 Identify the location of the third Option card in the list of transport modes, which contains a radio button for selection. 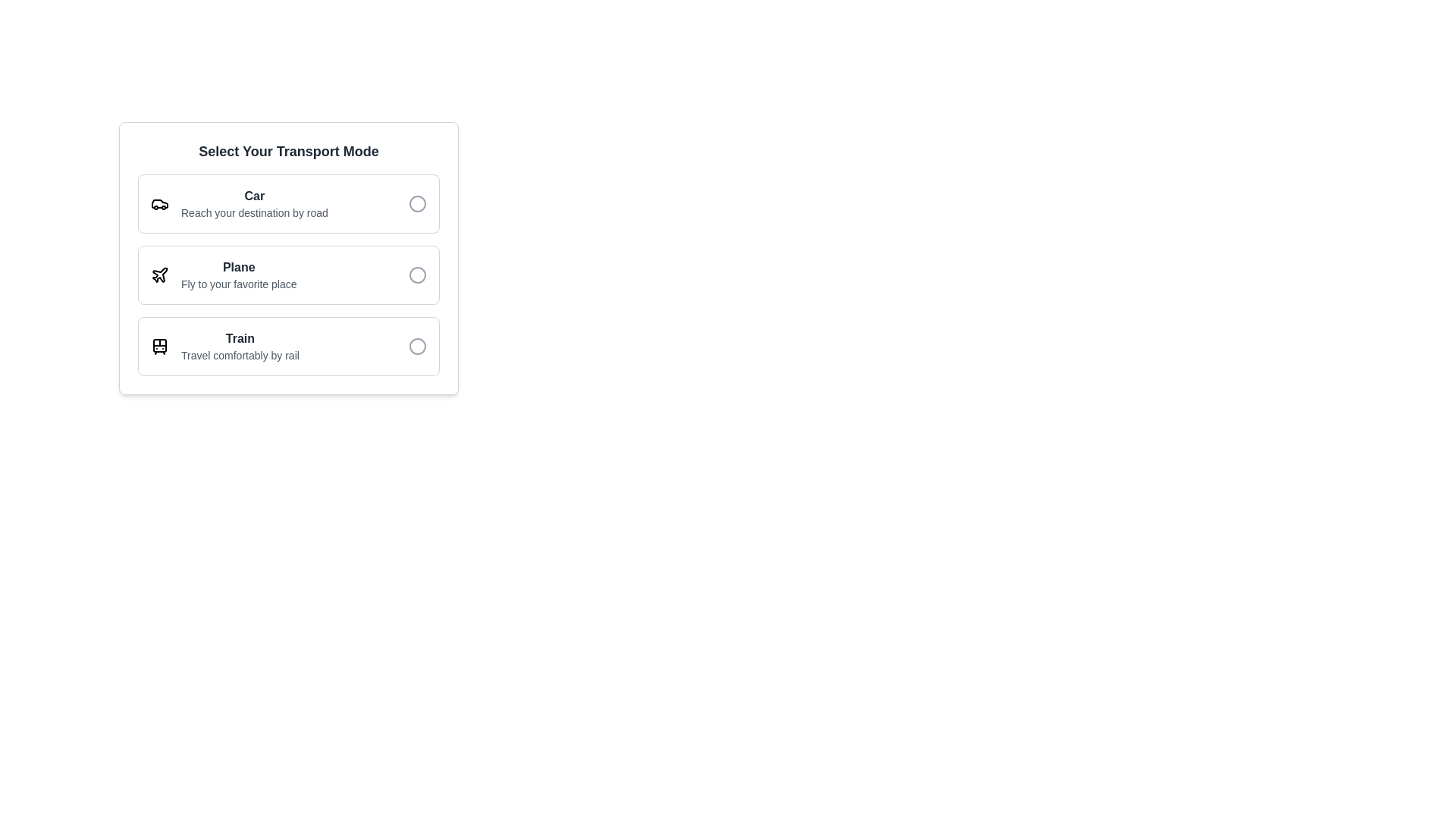
(288, 346).